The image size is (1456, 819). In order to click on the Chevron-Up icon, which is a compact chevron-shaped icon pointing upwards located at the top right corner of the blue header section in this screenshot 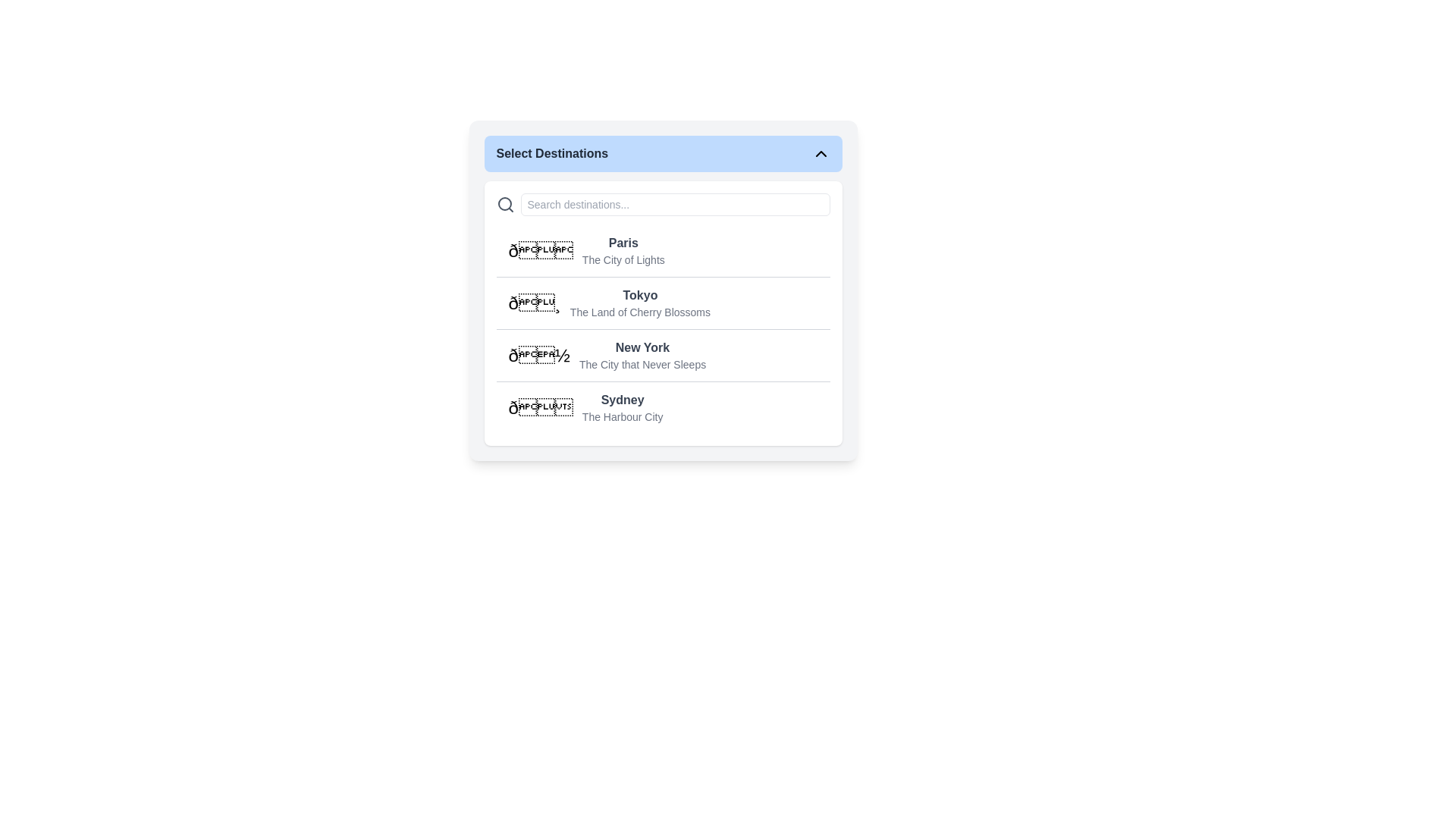, I will do `click(820, 154)`.